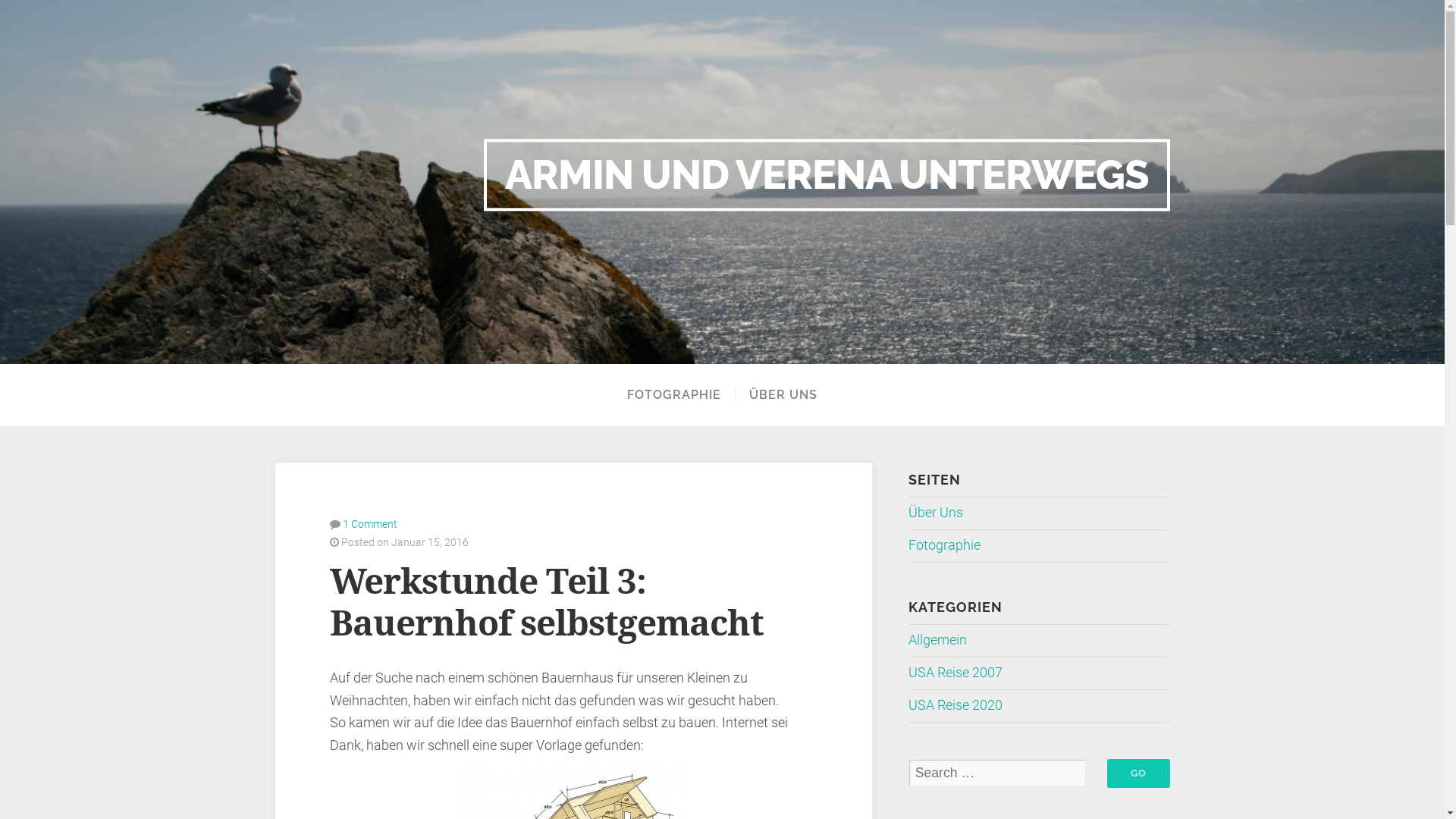  I want to click on '1 Comment', so click(370, 522).